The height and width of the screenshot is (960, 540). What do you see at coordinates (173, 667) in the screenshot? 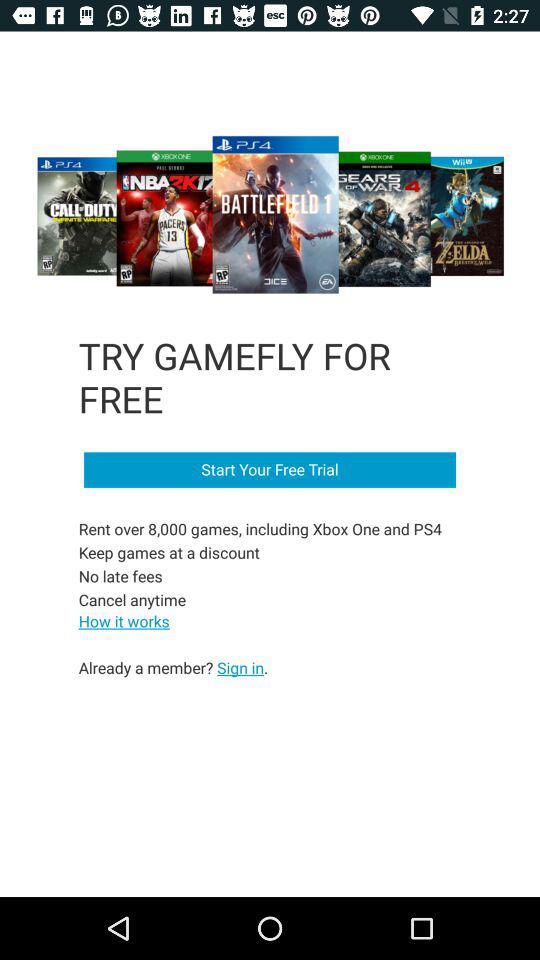
I see `the icon at the bottom left corner` at bounding box center [173, 667].